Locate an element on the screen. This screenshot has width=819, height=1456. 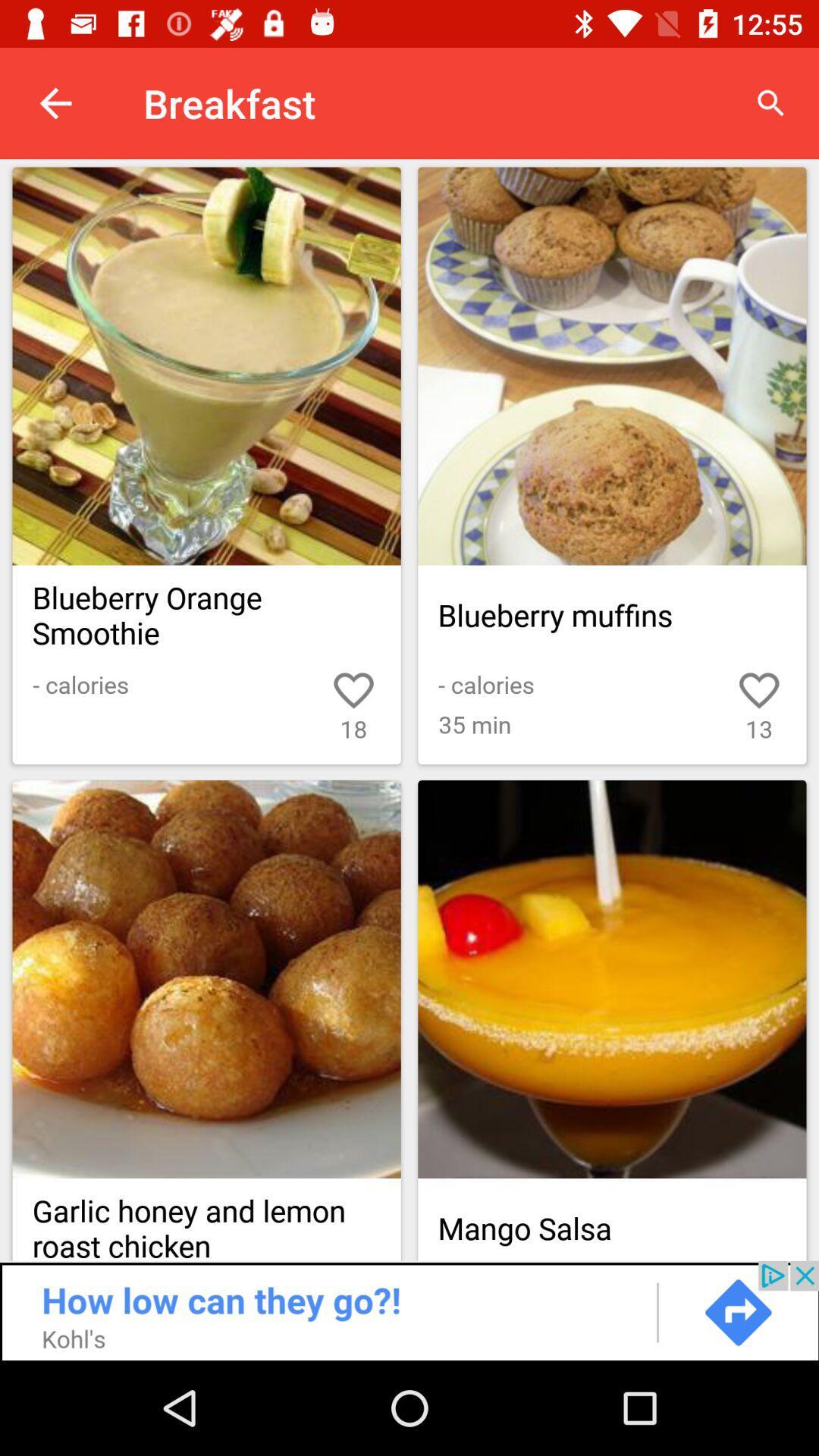
advertisement page is located at coordinates (409, 1310).